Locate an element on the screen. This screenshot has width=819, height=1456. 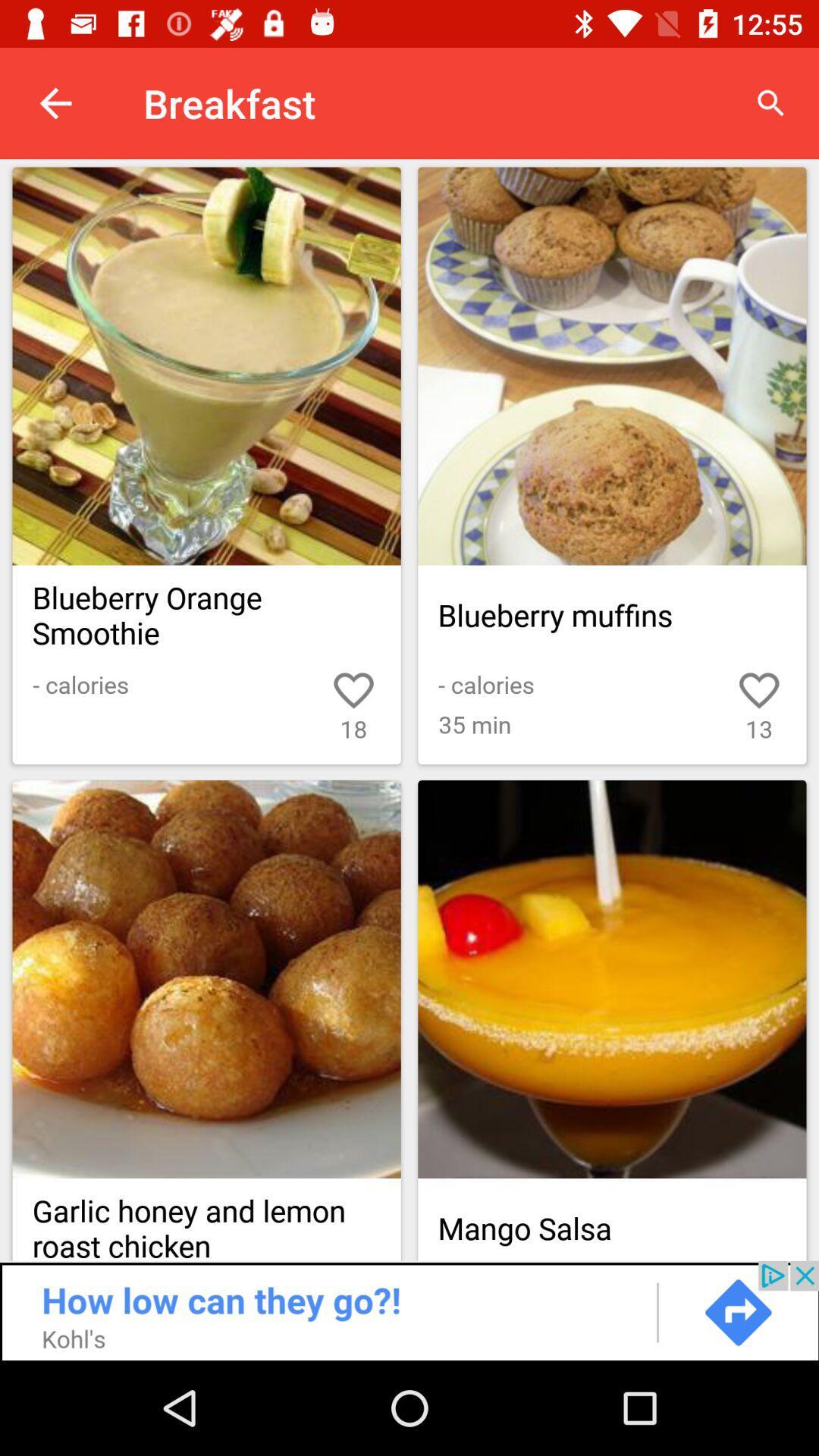
advertisement page is located at coordinates (409, 1310).